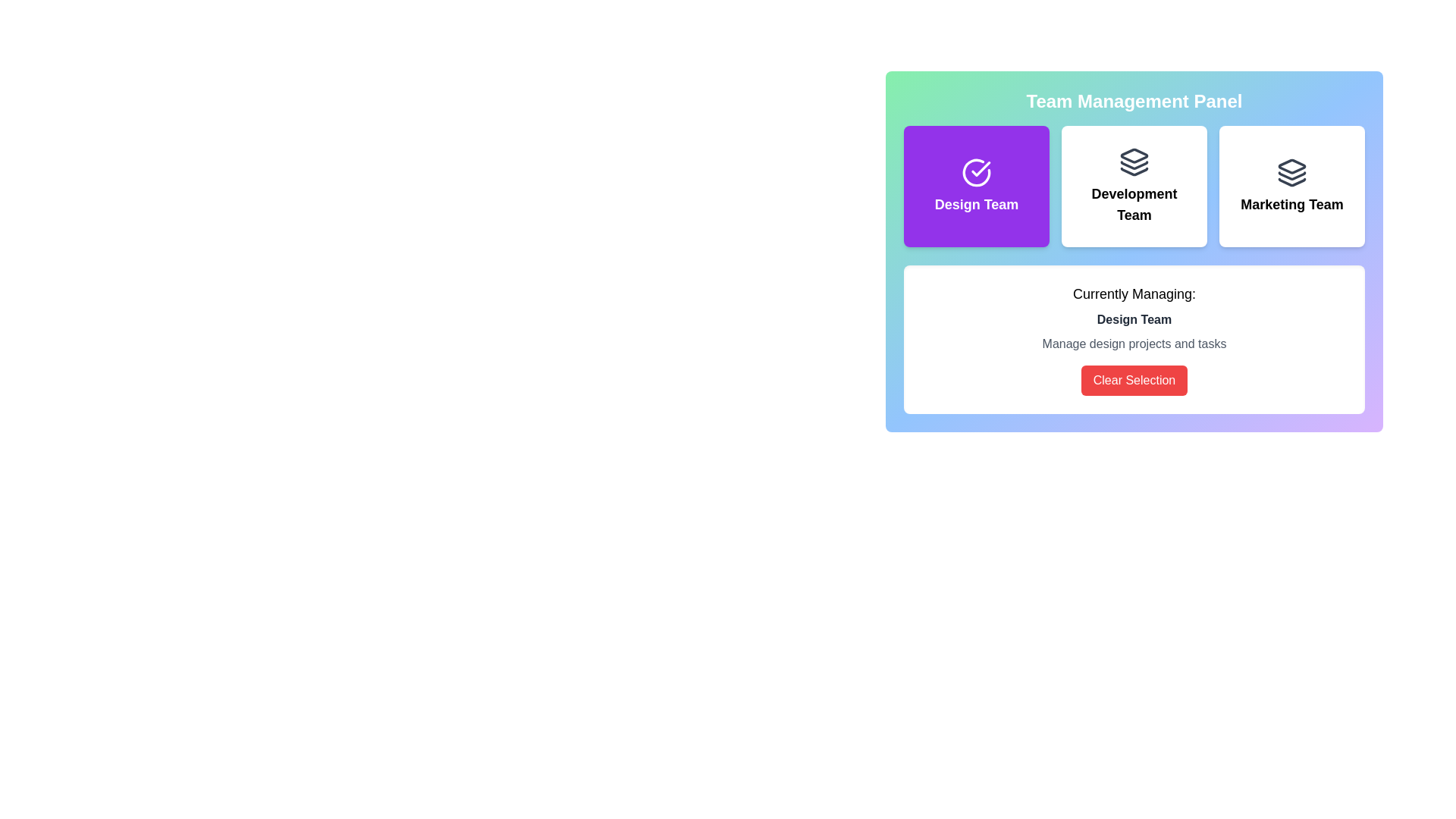 The width and height of the screenshot is (1456, 819). What do you see at coordinates (1134, 165) in the screenshot?
I see `the Decorative graphic element within the SVG, which is styled with a stroke and lacks fill, located in the top-right section of the interface above the text 'Development Team.'` at bounding box center [1134, 165].